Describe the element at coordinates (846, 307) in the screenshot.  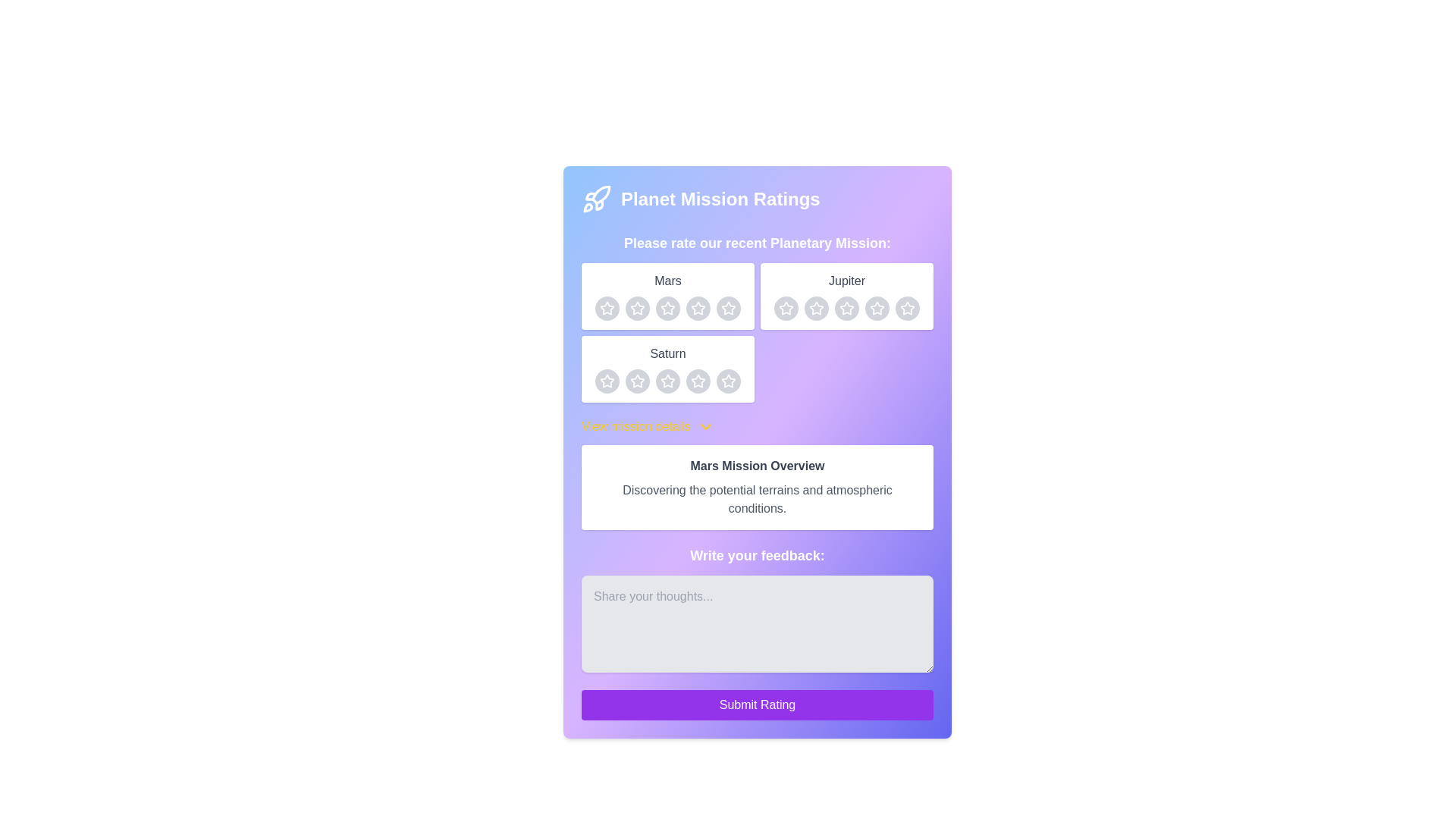
I see `the third star icon in the right column of the rating section labeled 'Jupiter' to rate it` at that location.